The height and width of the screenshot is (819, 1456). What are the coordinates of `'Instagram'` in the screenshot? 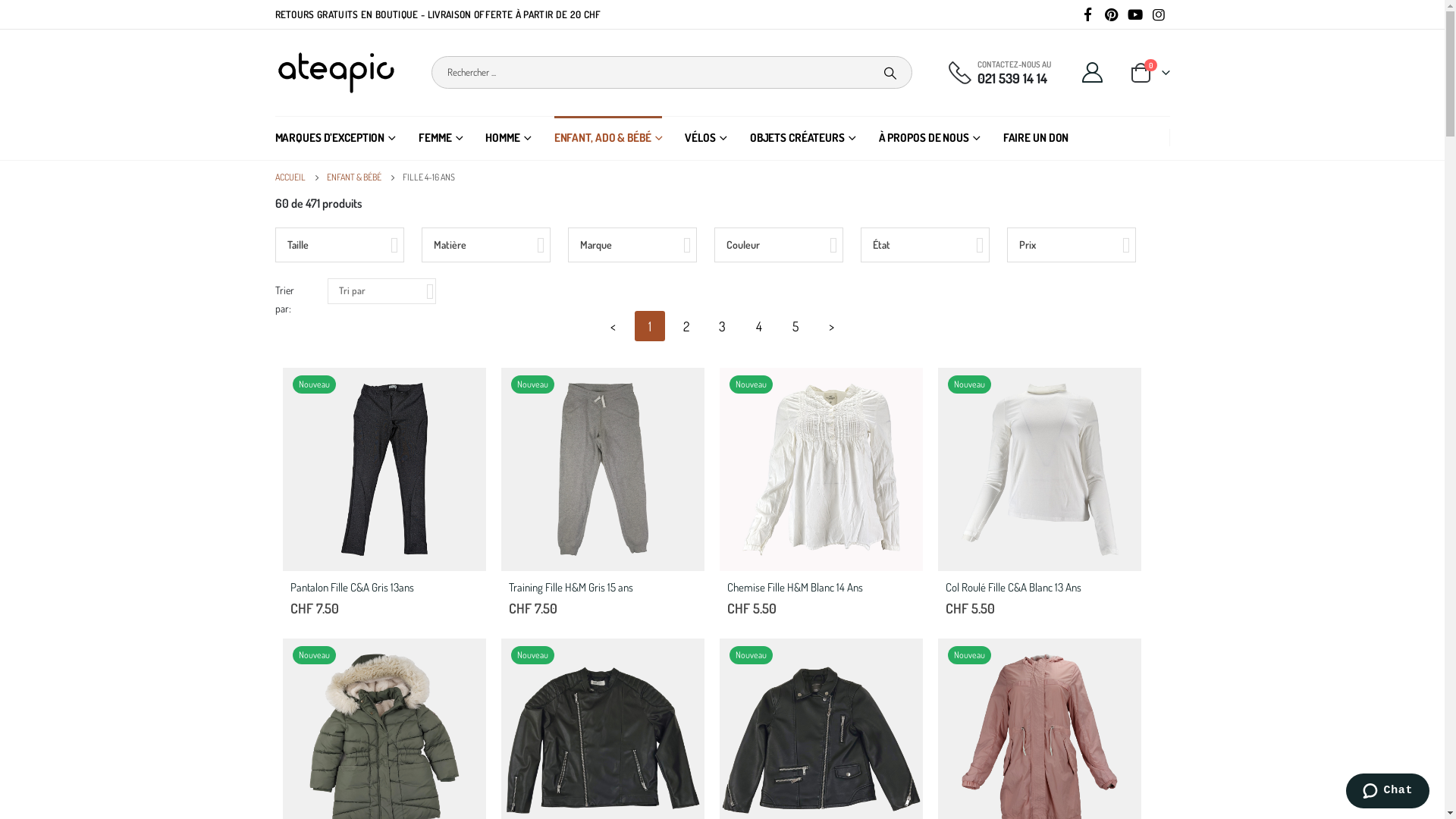 It's located at (1149, 14).